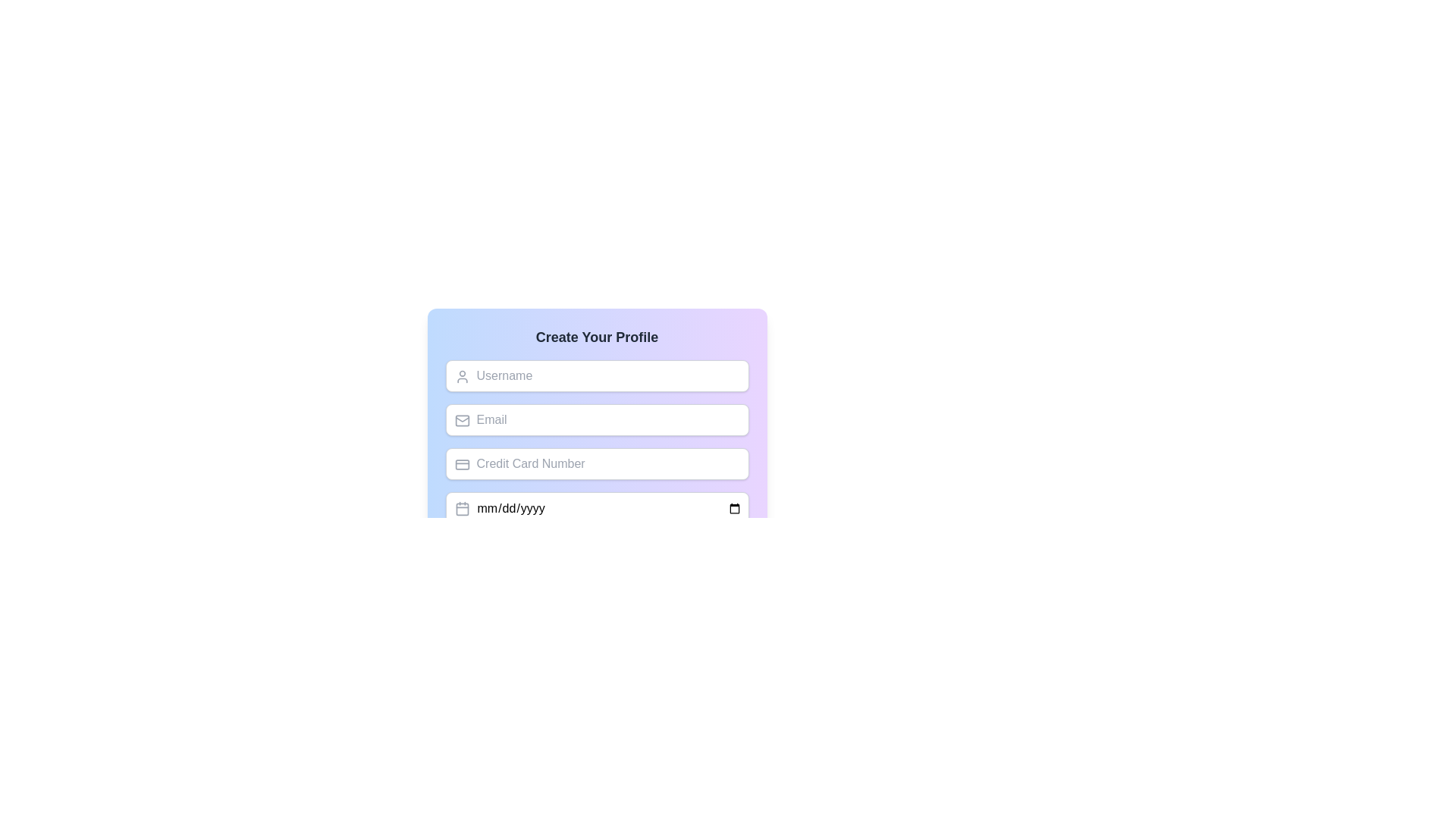 The width and height of the screenshot is (1456, 819). What do you see at coordinates (461, 509) in the screenshot?
I see `the calendar icon located to the left of the 'mm/dd/yyyy' placeholder text in the date input field by tabbing into it` at bounding box center [461, 509].